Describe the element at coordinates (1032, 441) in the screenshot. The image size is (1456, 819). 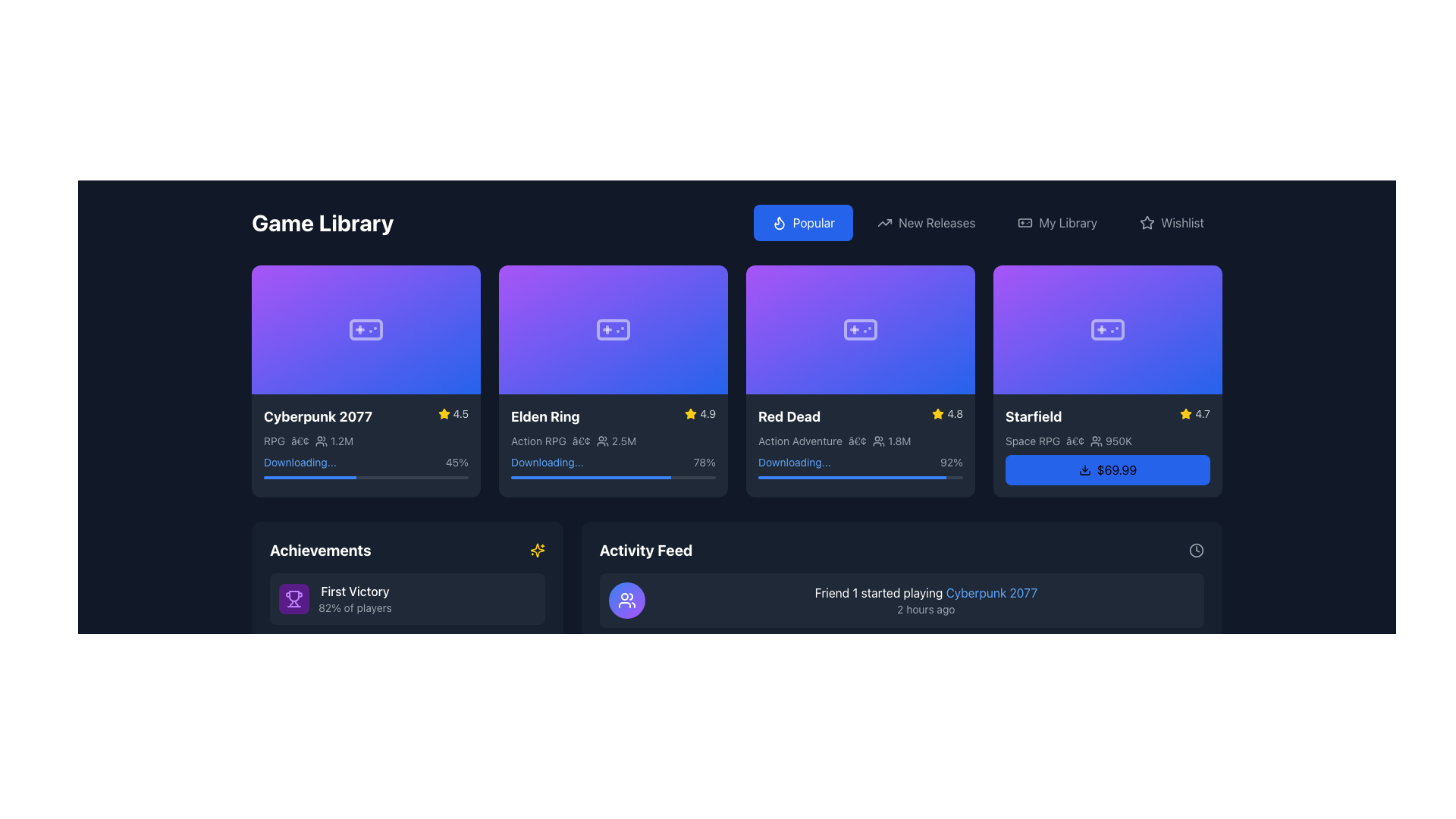
I see `the static text label displaying the genre classification of the game 'Starfield', located in the lower section of the fourth card in the 'Popular' games section` at that location.